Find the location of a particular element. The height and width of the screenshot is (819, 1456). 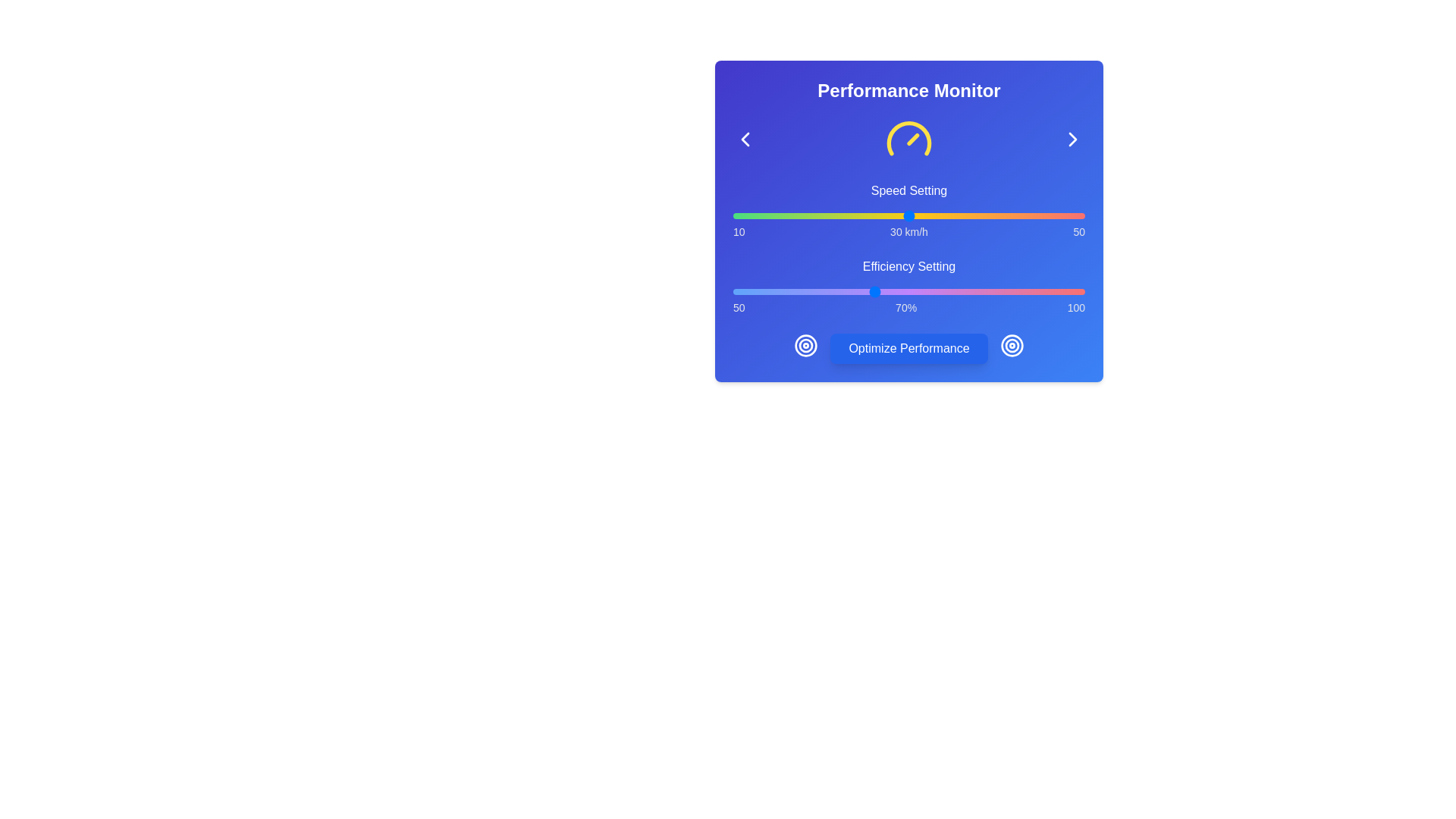

the speed setting to 28 km/h by interacting with the slider is located at coordinates (891, 216).